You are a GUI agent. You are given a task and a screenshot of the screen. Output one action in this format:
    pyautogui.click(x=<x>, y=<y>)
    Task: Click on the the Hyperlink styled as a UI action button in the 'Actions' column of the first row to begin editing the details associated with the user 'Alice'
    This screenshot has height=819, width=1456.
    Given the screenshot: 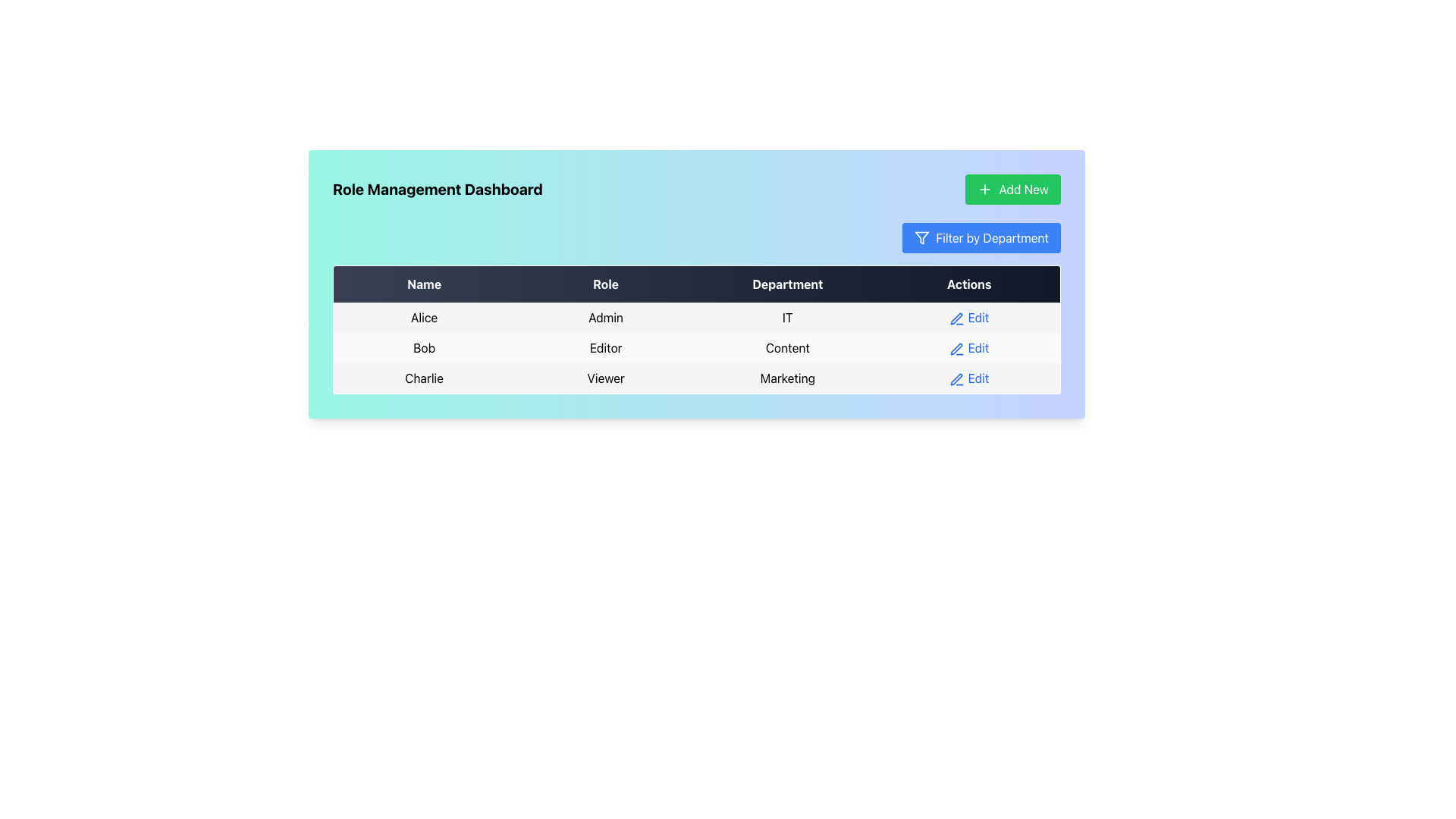 What is the action you would take?
    pyautogui.click(x=968, y=317)
    